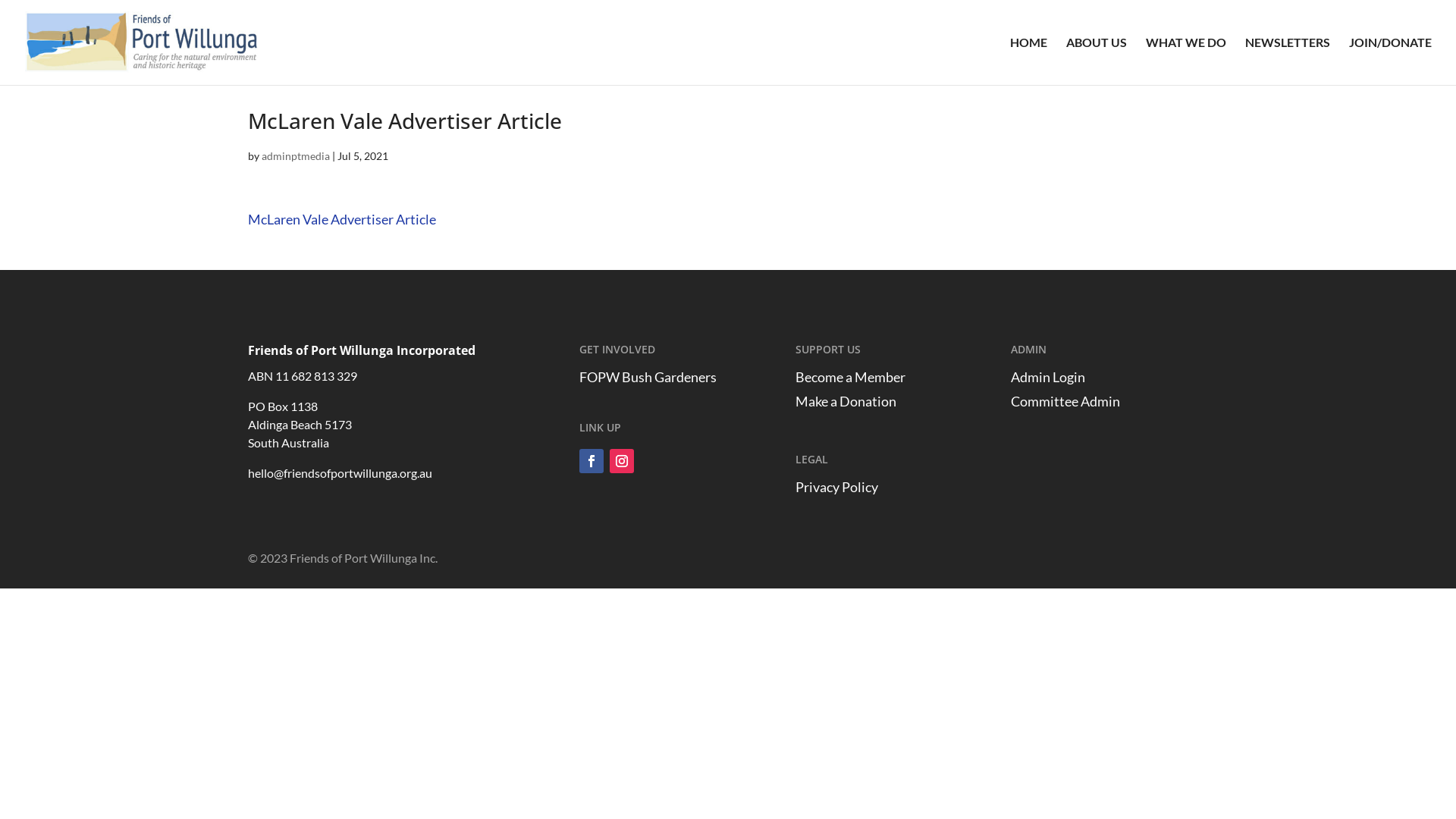  What do you see at coordinates (339, 472) in the screenshot?
I see `'hello@friendsofportwillunga.org.au'` at bounding box center [339, 472].